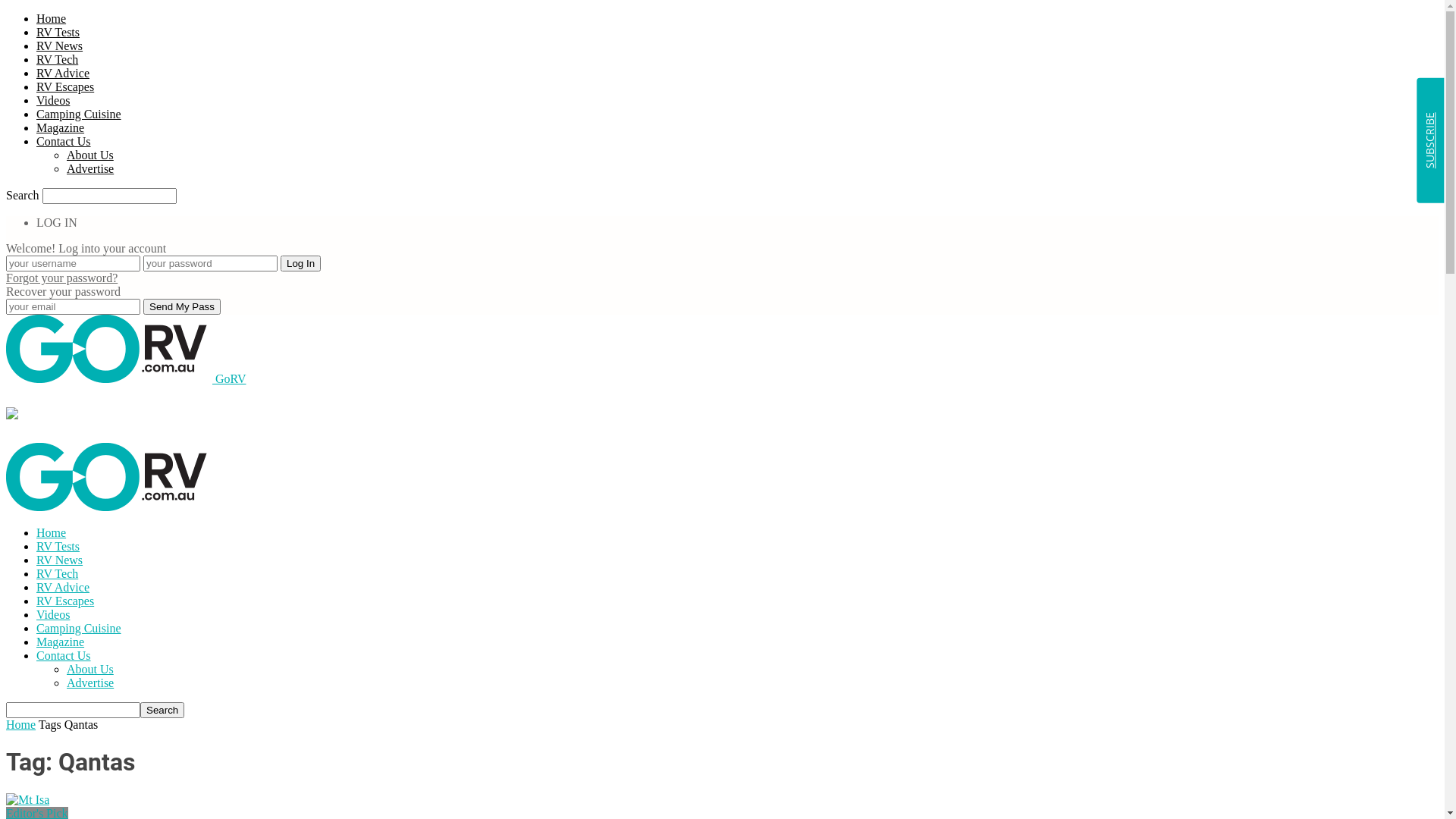  I want to click on 'RV News', so click(59, 45).